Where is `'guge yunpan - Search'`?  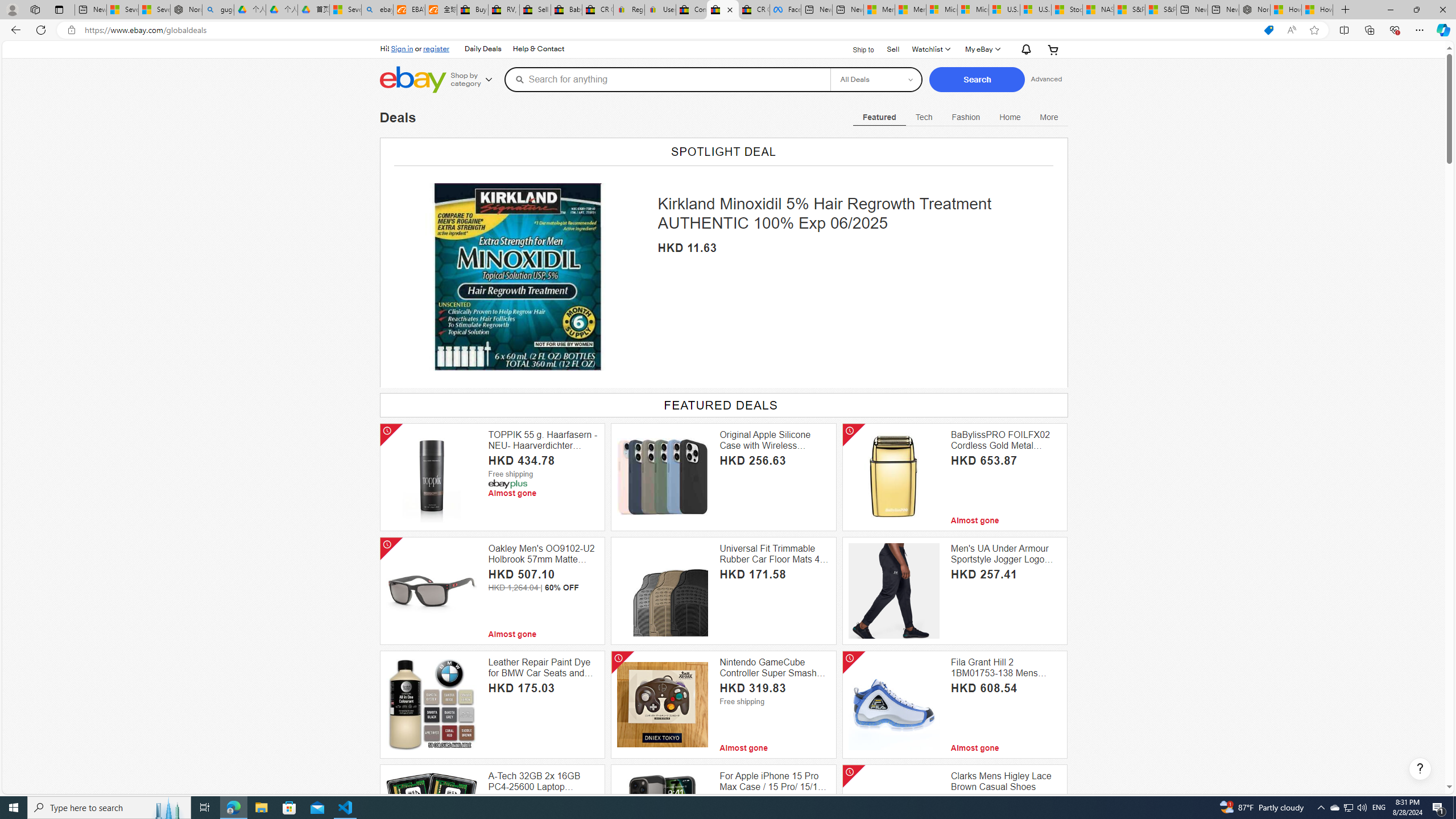
'guge yunpan - Search' is located at coordinates (218, 9).